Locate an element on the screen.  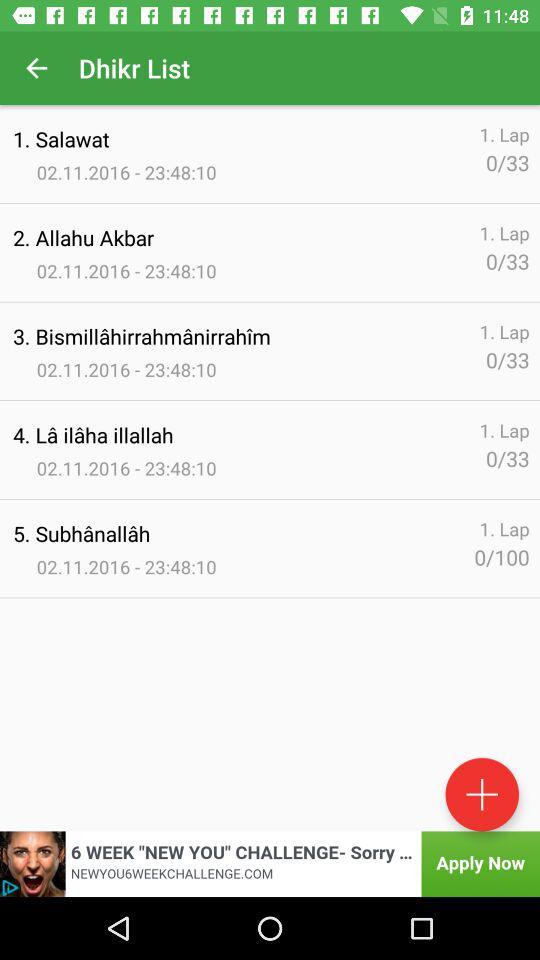
the add icon is located at coordinates (481, 794).